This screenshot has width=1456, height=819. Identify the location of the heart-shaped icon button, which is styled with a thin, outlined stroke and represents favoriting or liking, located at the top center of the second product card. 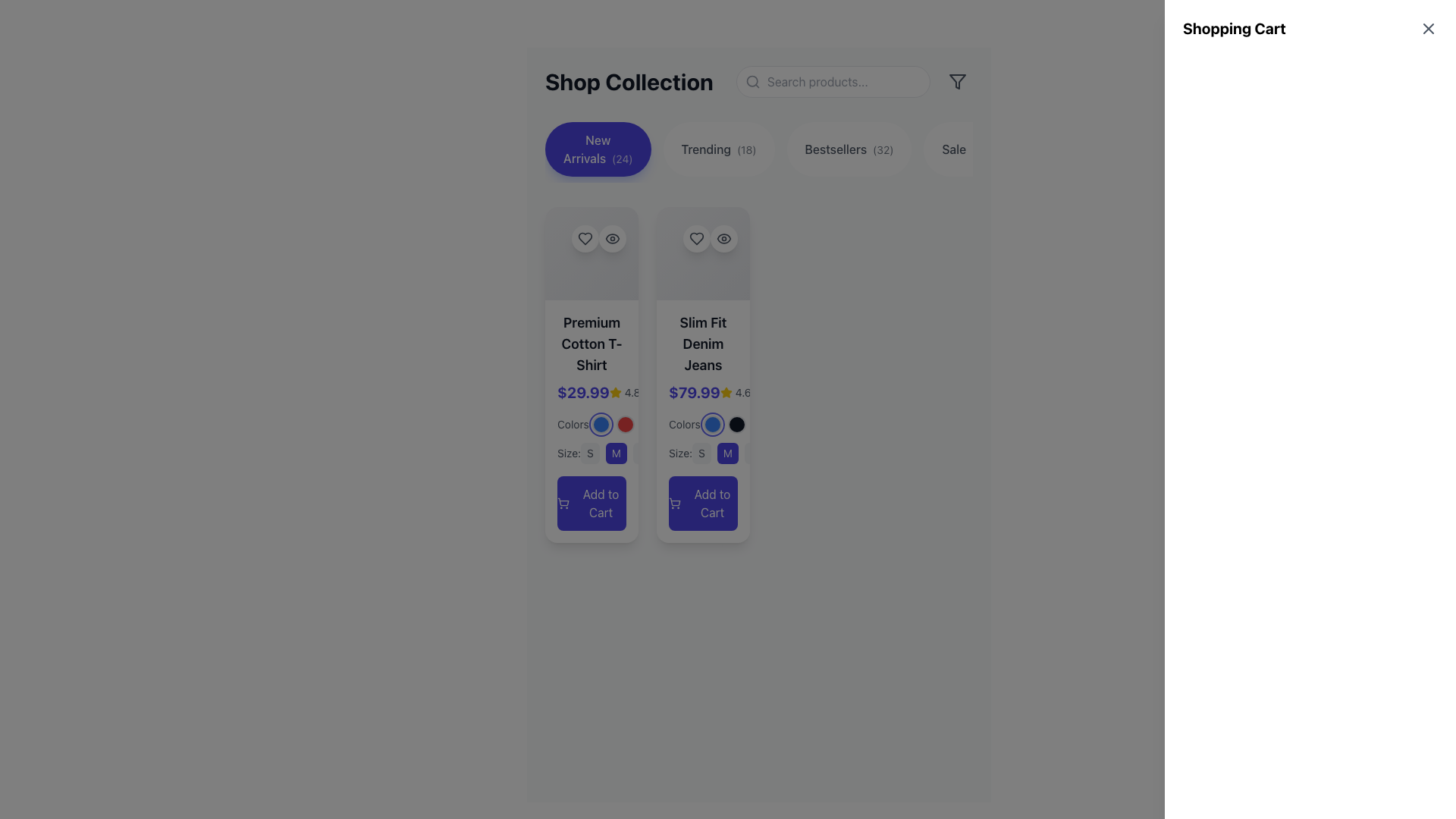
(695, 239).